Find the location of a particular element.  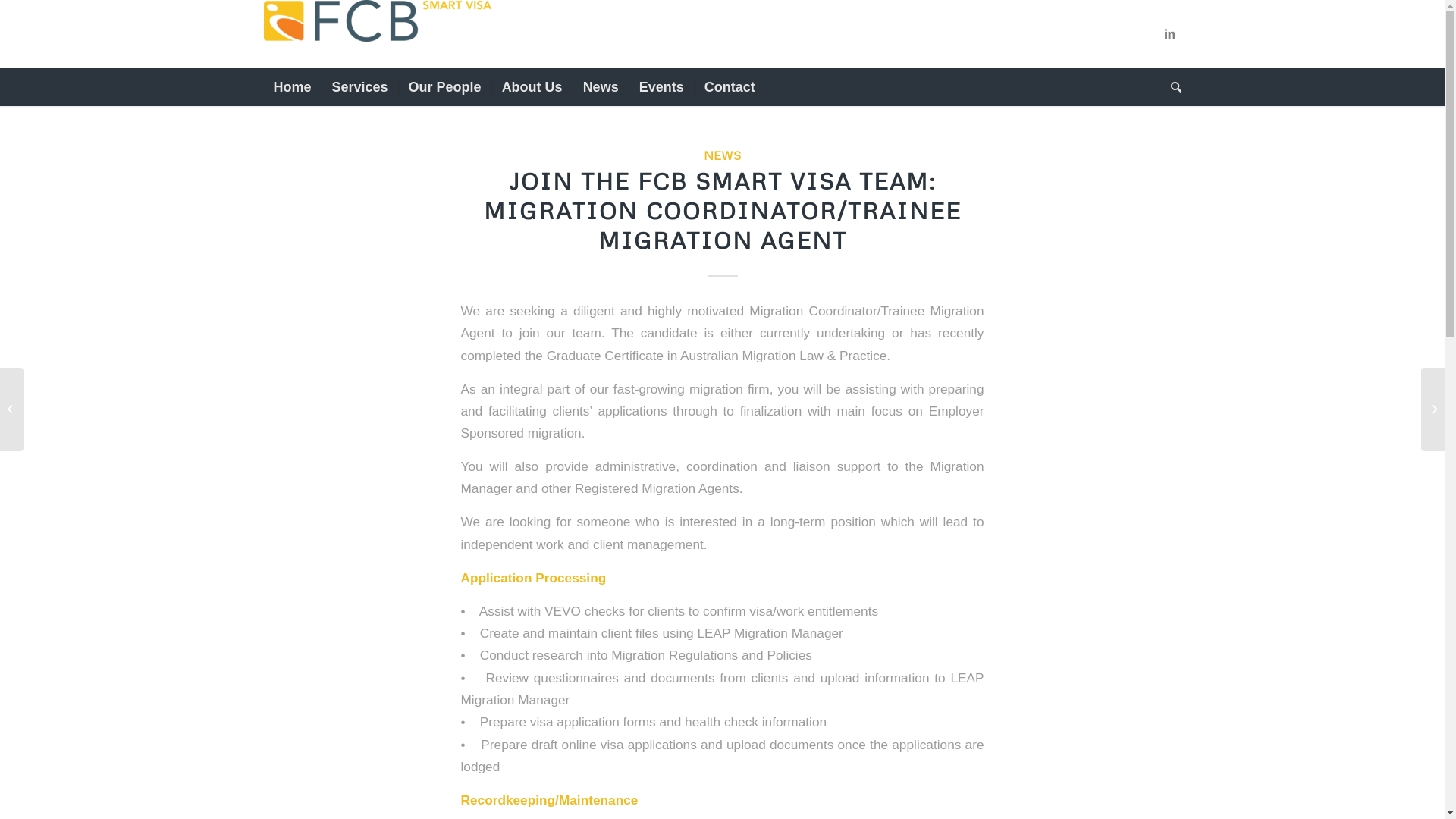

'Home' is located at coordinates (263, 87).